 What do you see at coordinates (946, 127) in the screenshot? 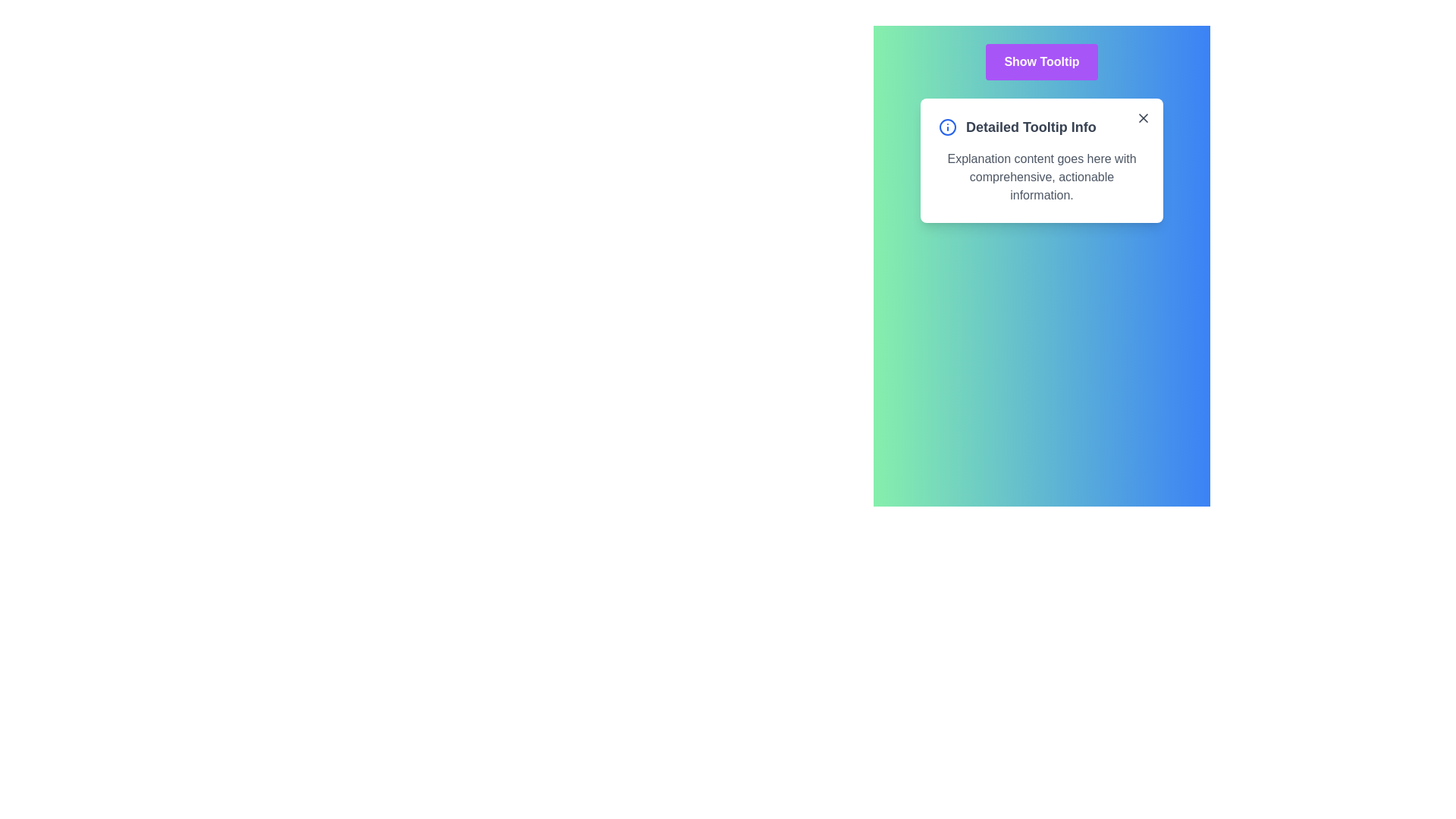
I see `the informational icon located at the beginning of the title text 'Detailed Tooltip Info' in the tooltip box, which is non-interactive and decorative` at bounding box center [946, 127].